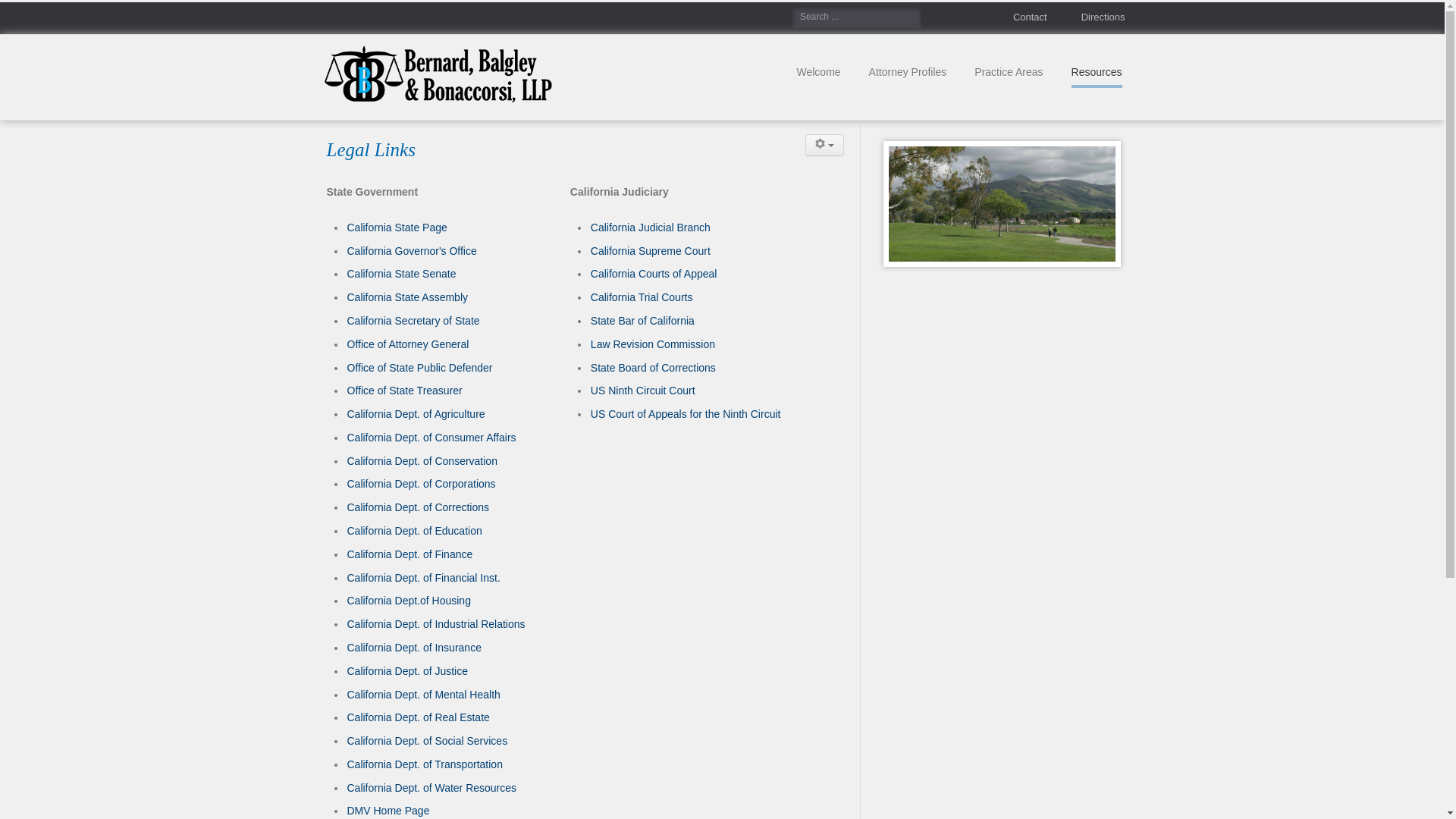  What do you see at coordinates (589, 390) in the screenshot?
I see `'US Ninth Circuit Court'` at bounding box center [589, 390].